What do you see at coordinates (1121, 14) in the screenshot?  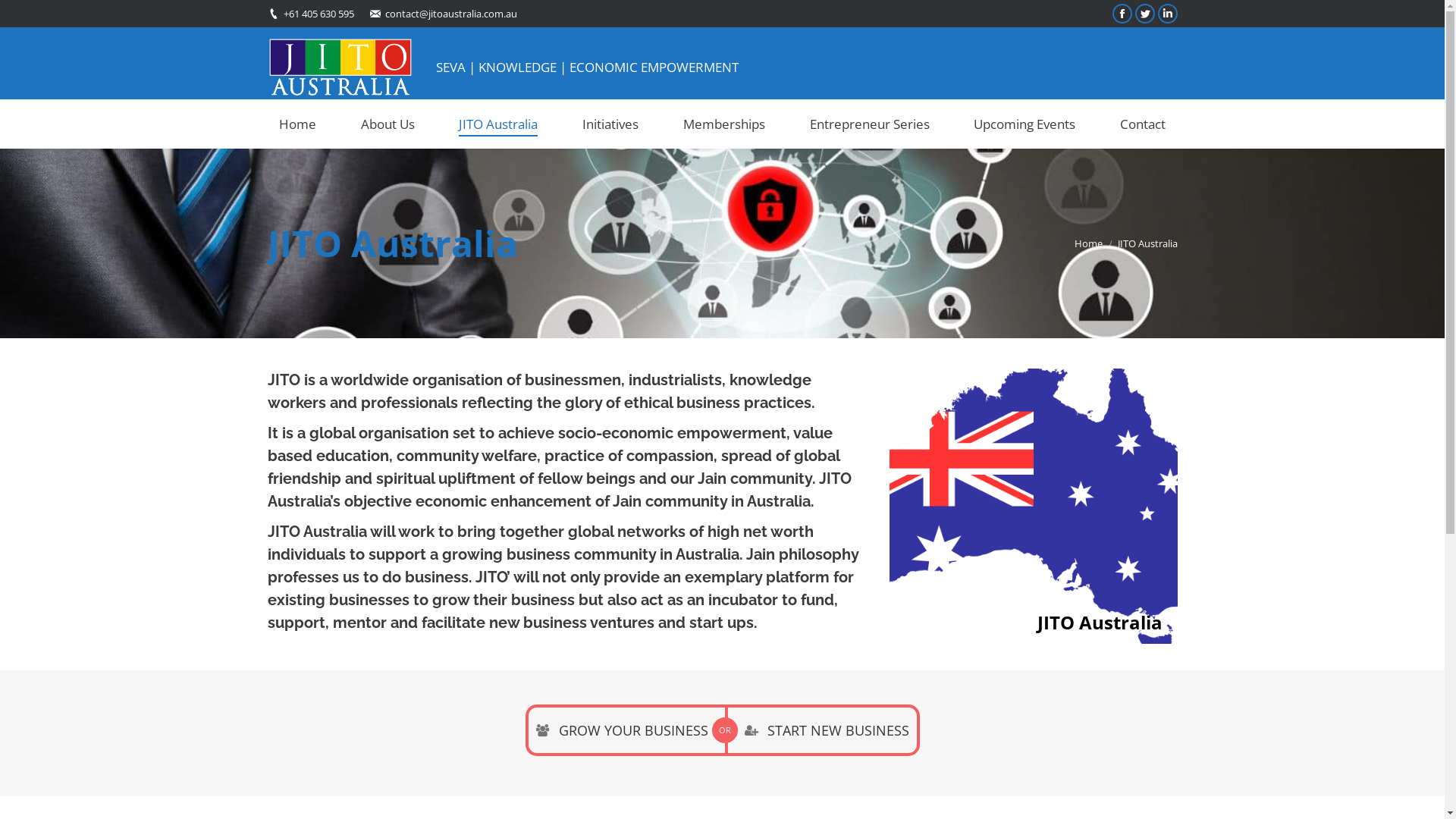 I see `'Facebook'` at bounding box center [1121, 14].